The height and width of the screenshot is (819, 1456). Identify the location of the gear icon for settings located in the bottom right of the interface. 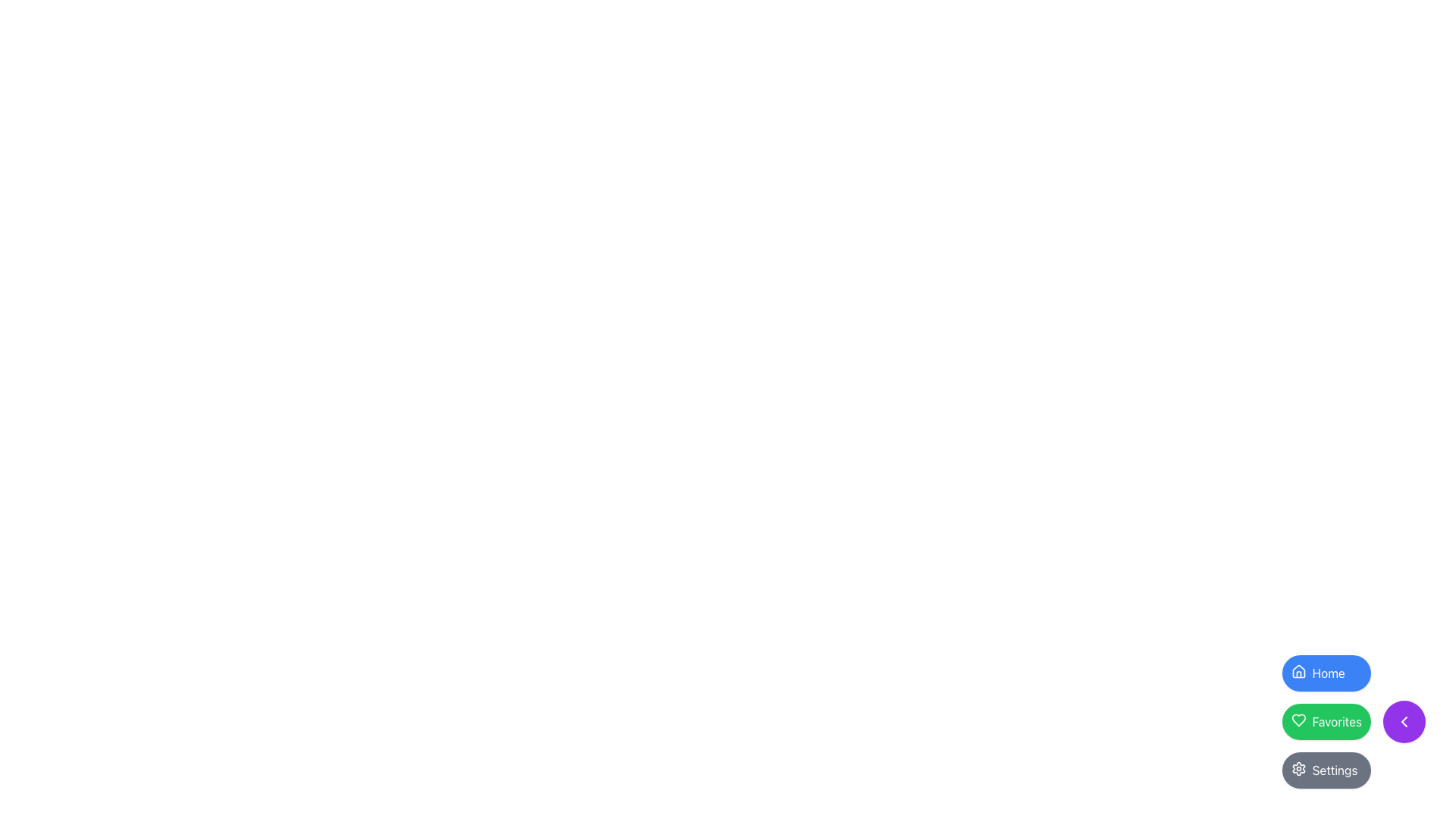
(1298, 769).